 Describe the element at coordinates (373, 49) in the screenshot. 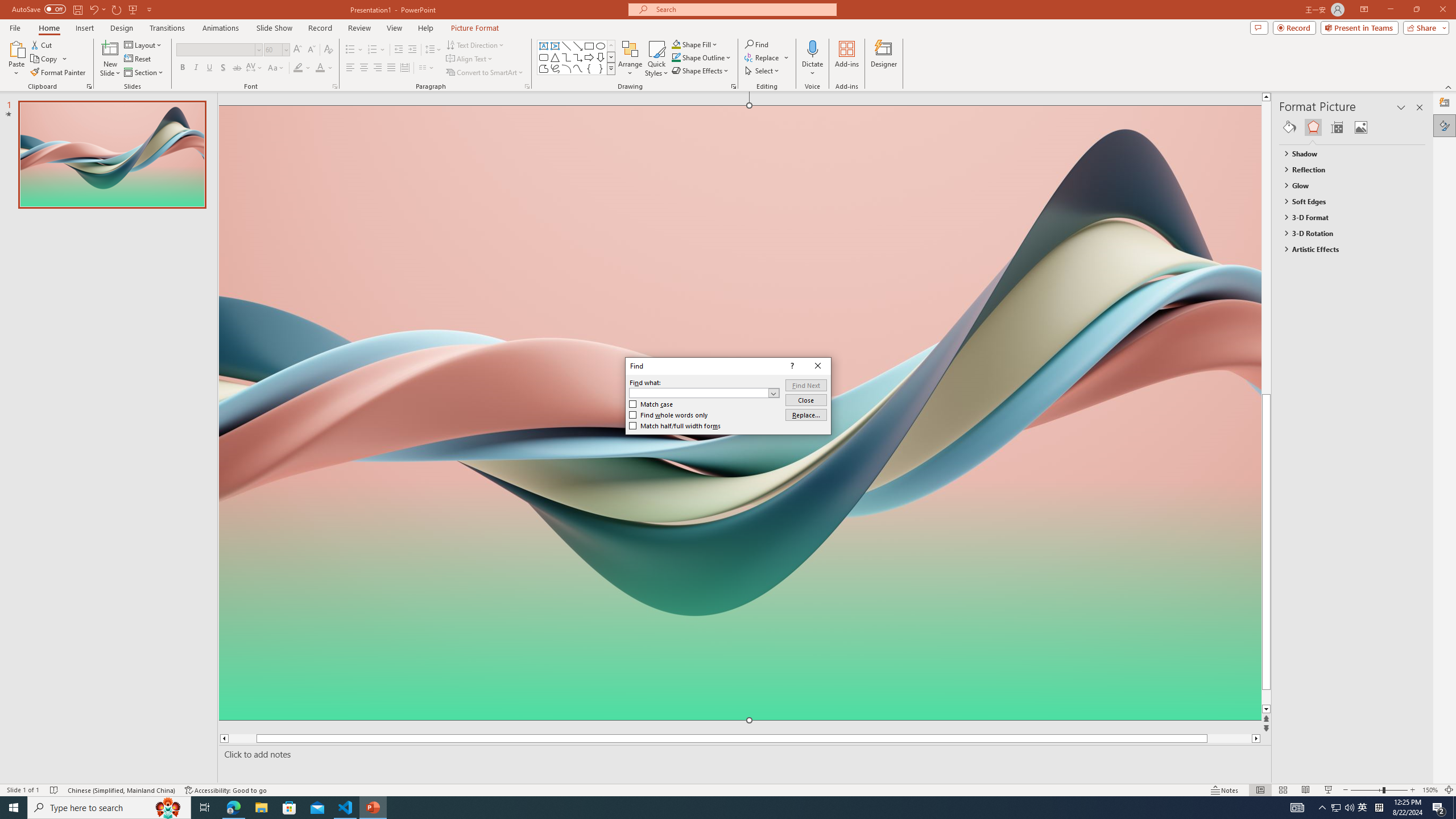

I see `'Numbering'` at that location.